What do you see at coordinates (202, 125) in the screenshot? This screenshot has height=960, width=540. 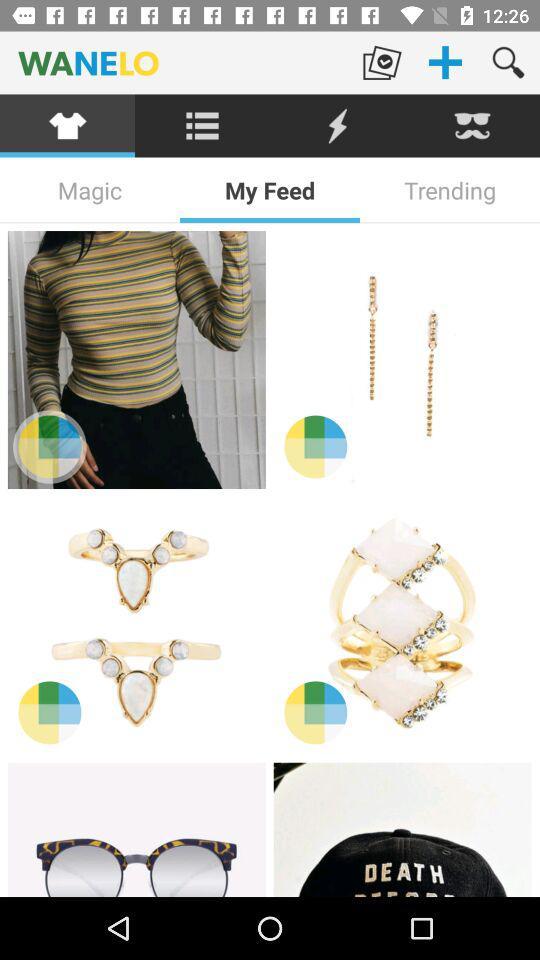 I see `the icon below the wanelo` at bounding box center [202, 125].